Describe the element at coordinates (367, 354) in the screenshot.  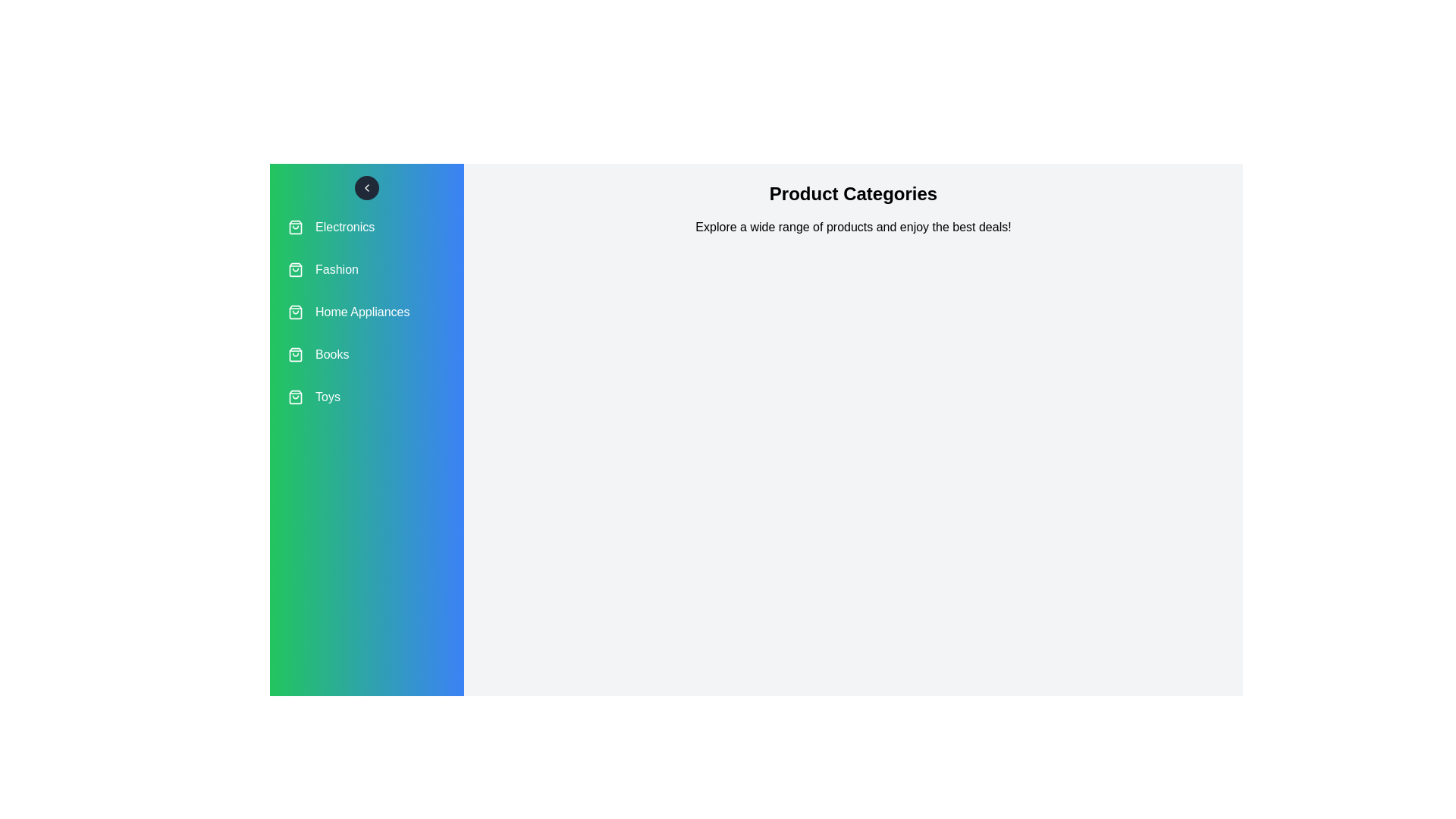
I see `the category Books` at that location.